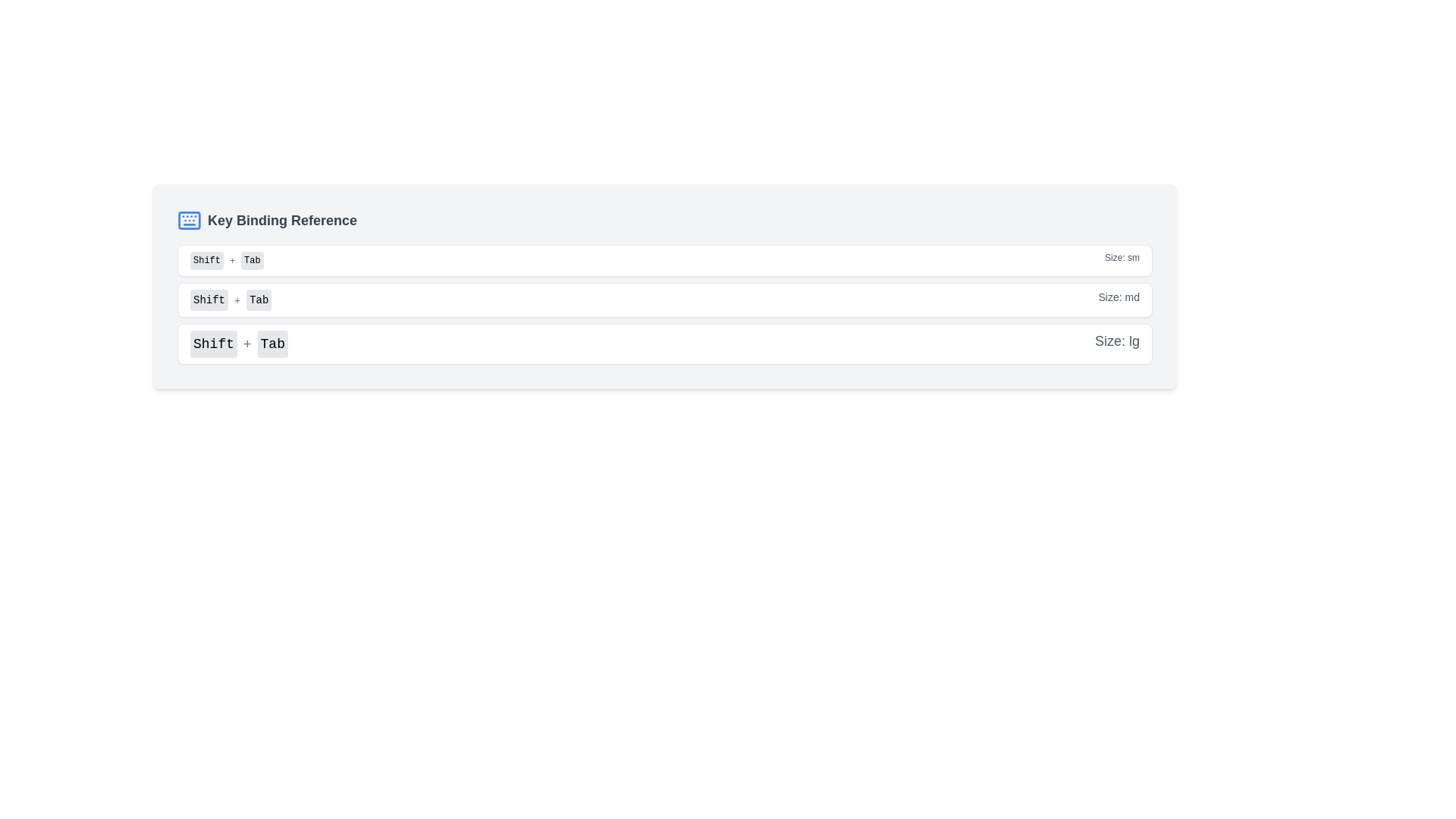  Describe the element at coordinates (188, 220) in the screenshot. I see `the icon for the 'Key Binding Reference' section located at the top left corner of its card, adjacent to the title` at that location.